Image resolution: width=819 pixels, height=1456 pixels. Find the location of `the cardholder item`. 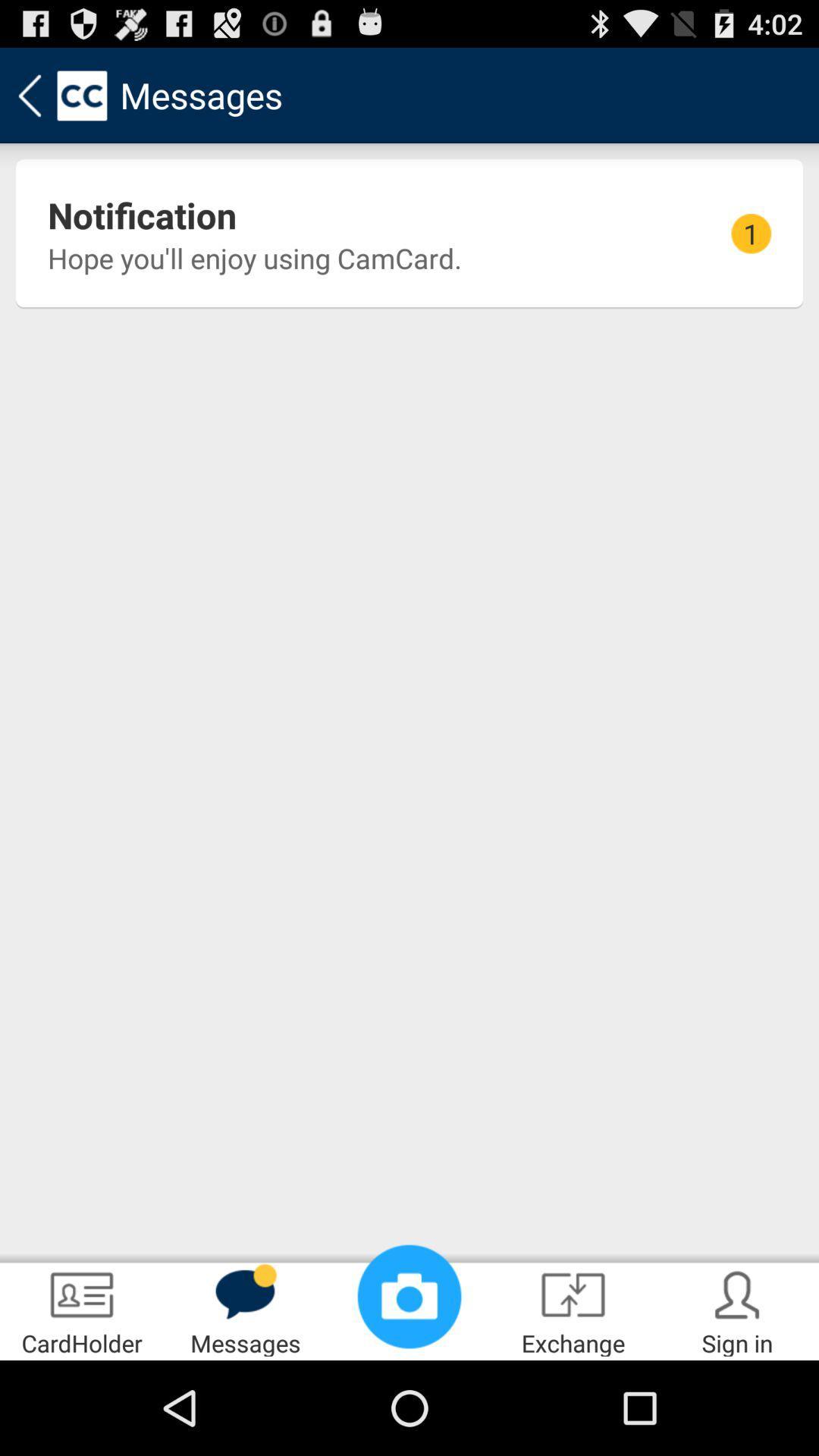

the cardholder item is located at coordinates (82, 1309).